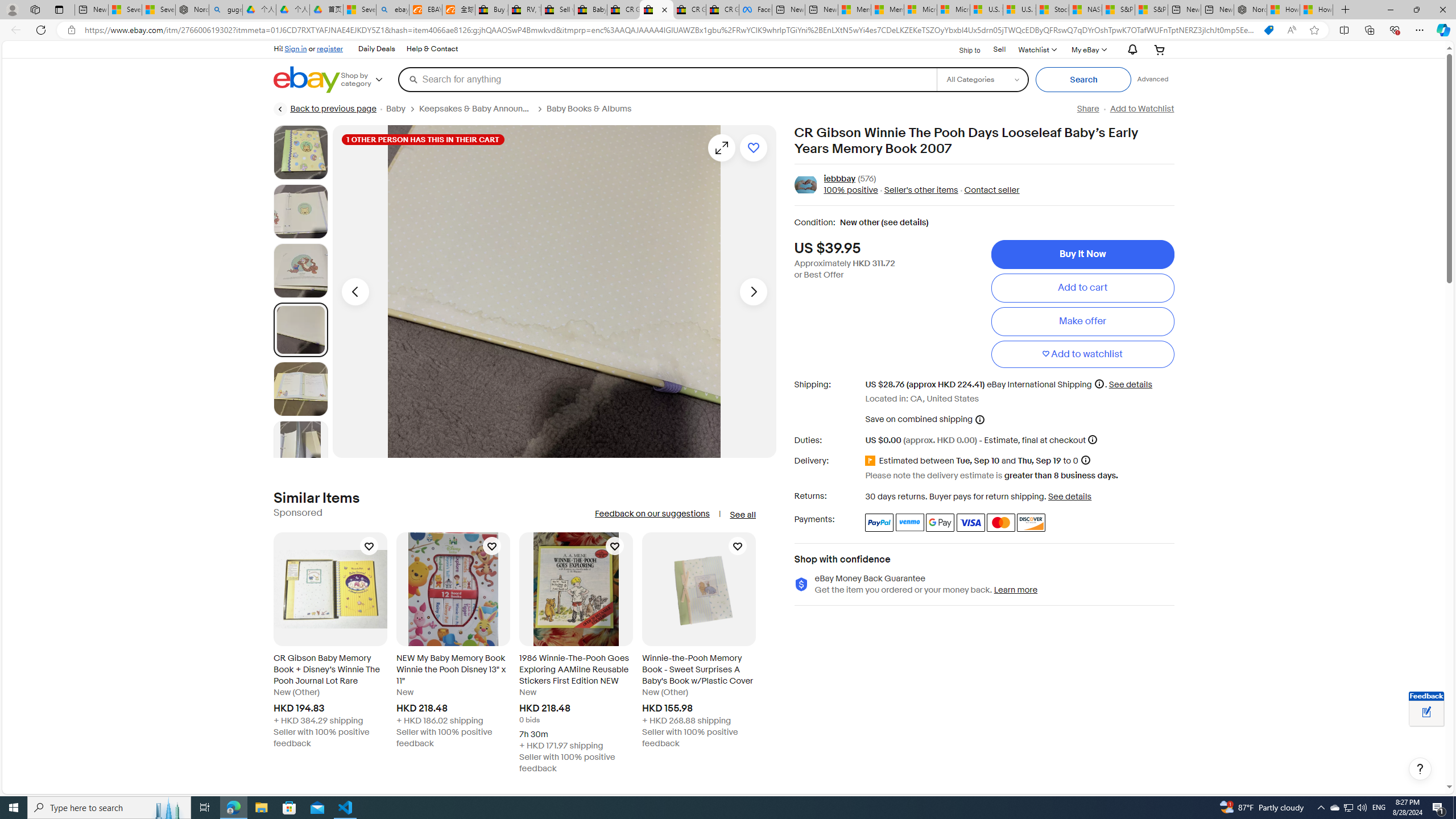 The image size is (1456, 819). Describe the element at coordinates (666, 78) in the screenshot. I see `'Search for anything'` at that location.